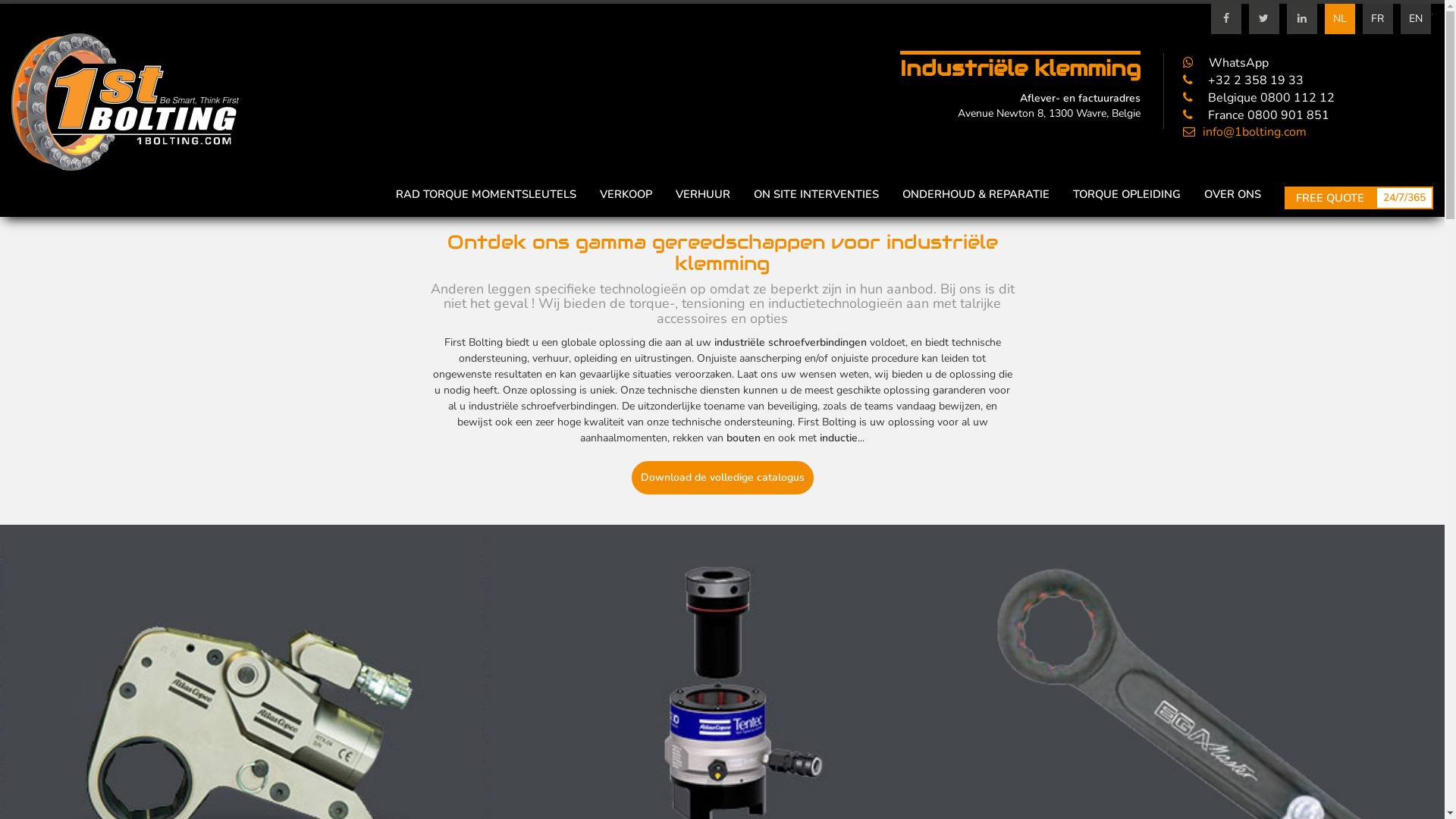  Describe the element at coordinates (1329, 197) in the screenshot. I see `'FREE QUOTE'` at that location.